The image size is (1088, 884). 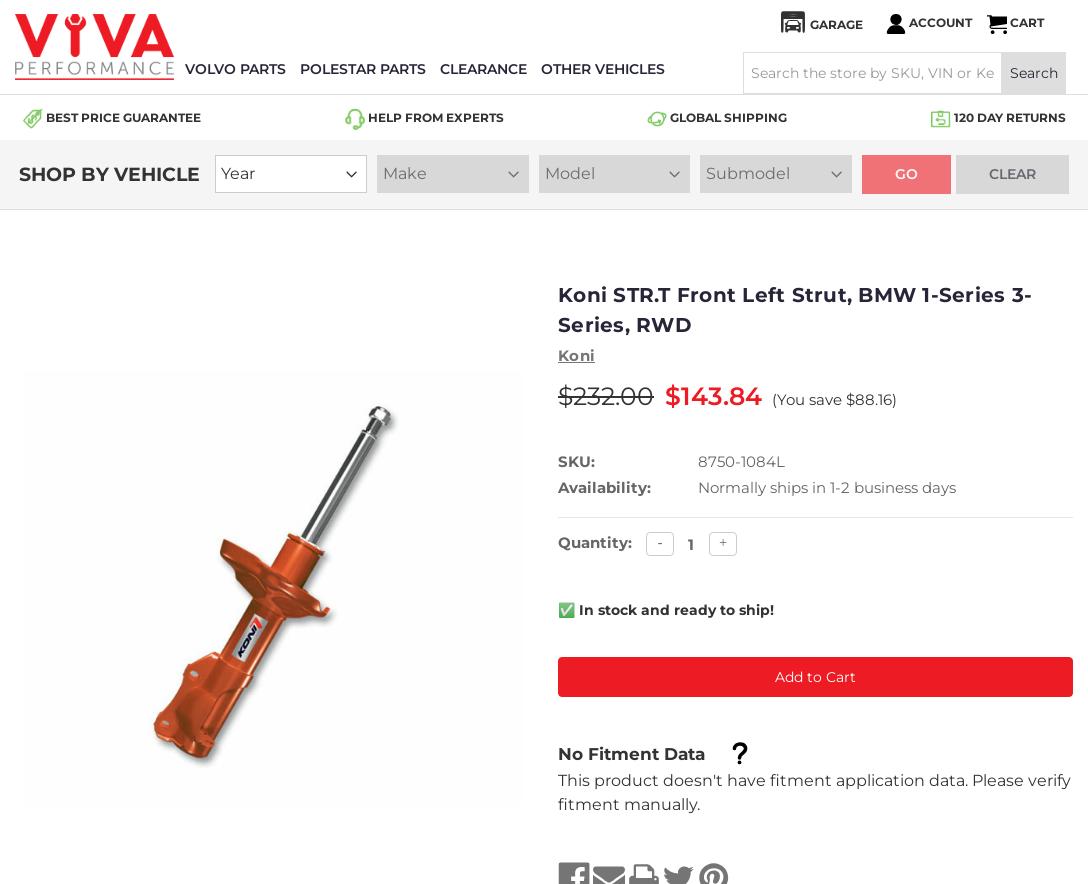 What do you see at coordinates (659, 542) in the screenshot?
I see `'-'` at bounding box center [659, 542].